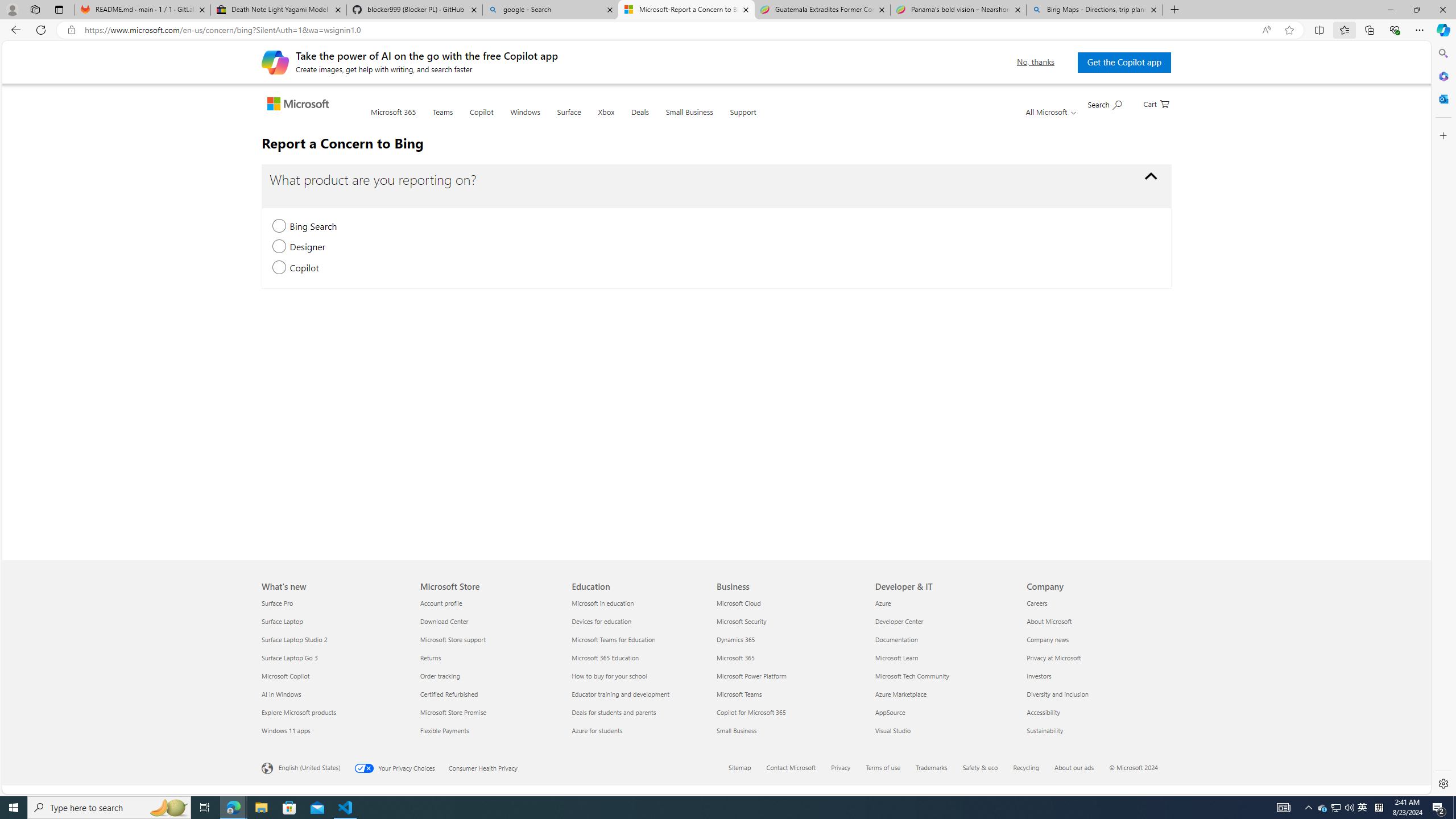 The width and height of the screenshot is (1456, 819). What do you see at coordinates (429, 656) in the screenshot?
I see `'Returns Microsoft Store'` at bounding box center [429, 656].